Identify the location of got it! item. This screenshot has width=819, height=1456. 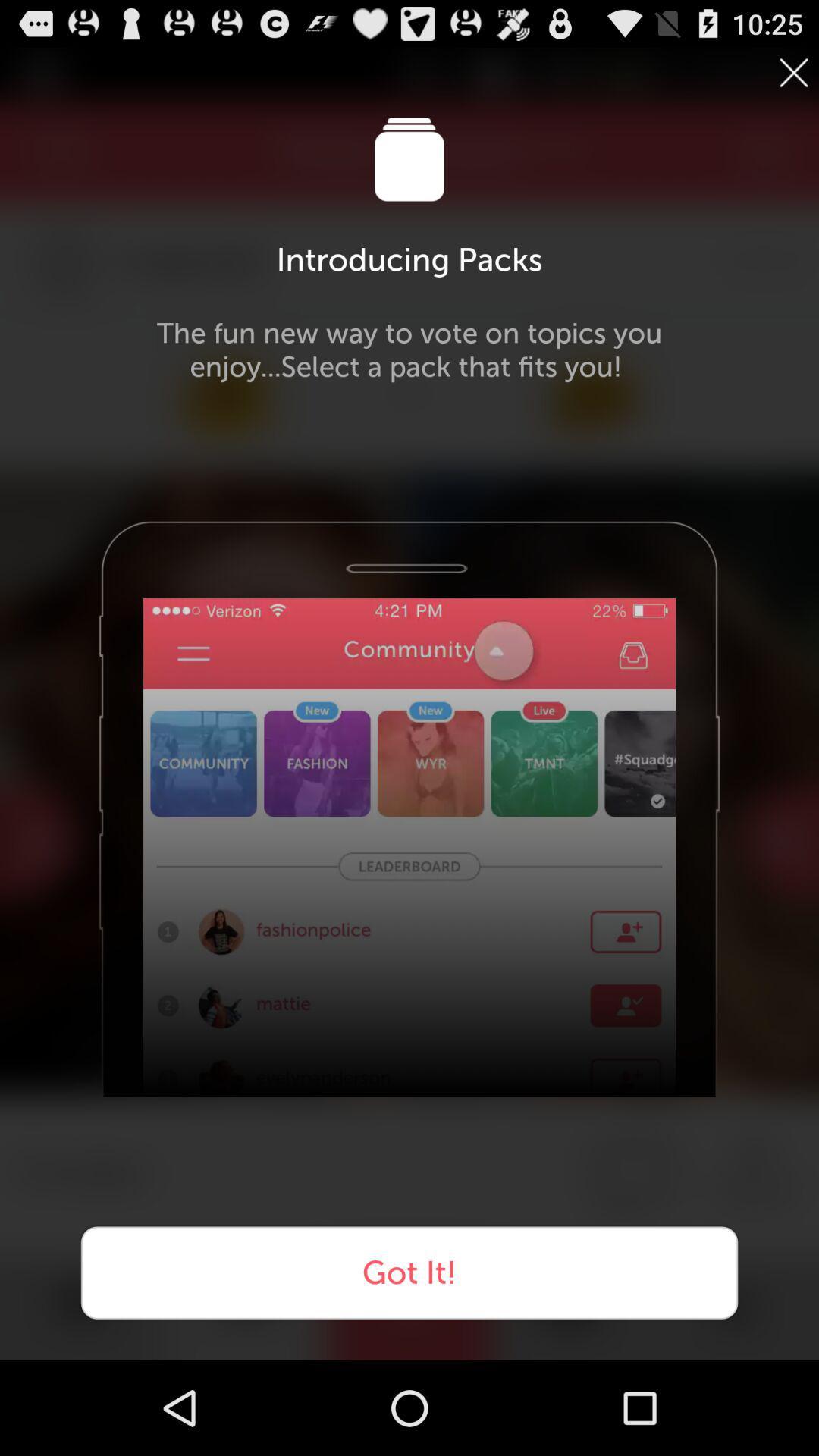
(409, 1272).